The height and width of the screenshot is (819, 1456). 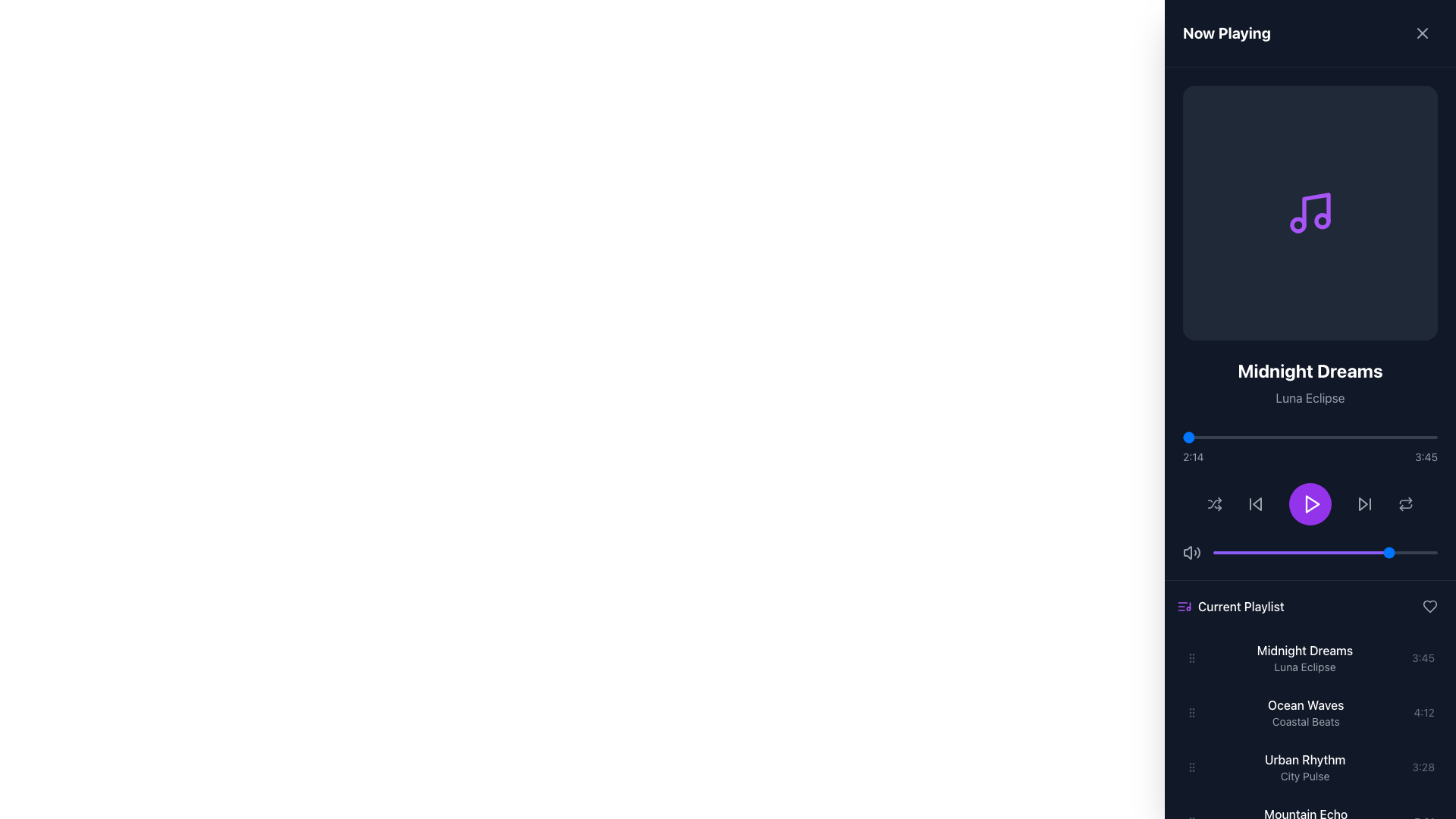 I want to click on the static text element displaying the title 'Urban Rhythm' in the 'Current Playlist' section, which is the first line of the entry above 'City Pulse', so click(x=1304, y=760).